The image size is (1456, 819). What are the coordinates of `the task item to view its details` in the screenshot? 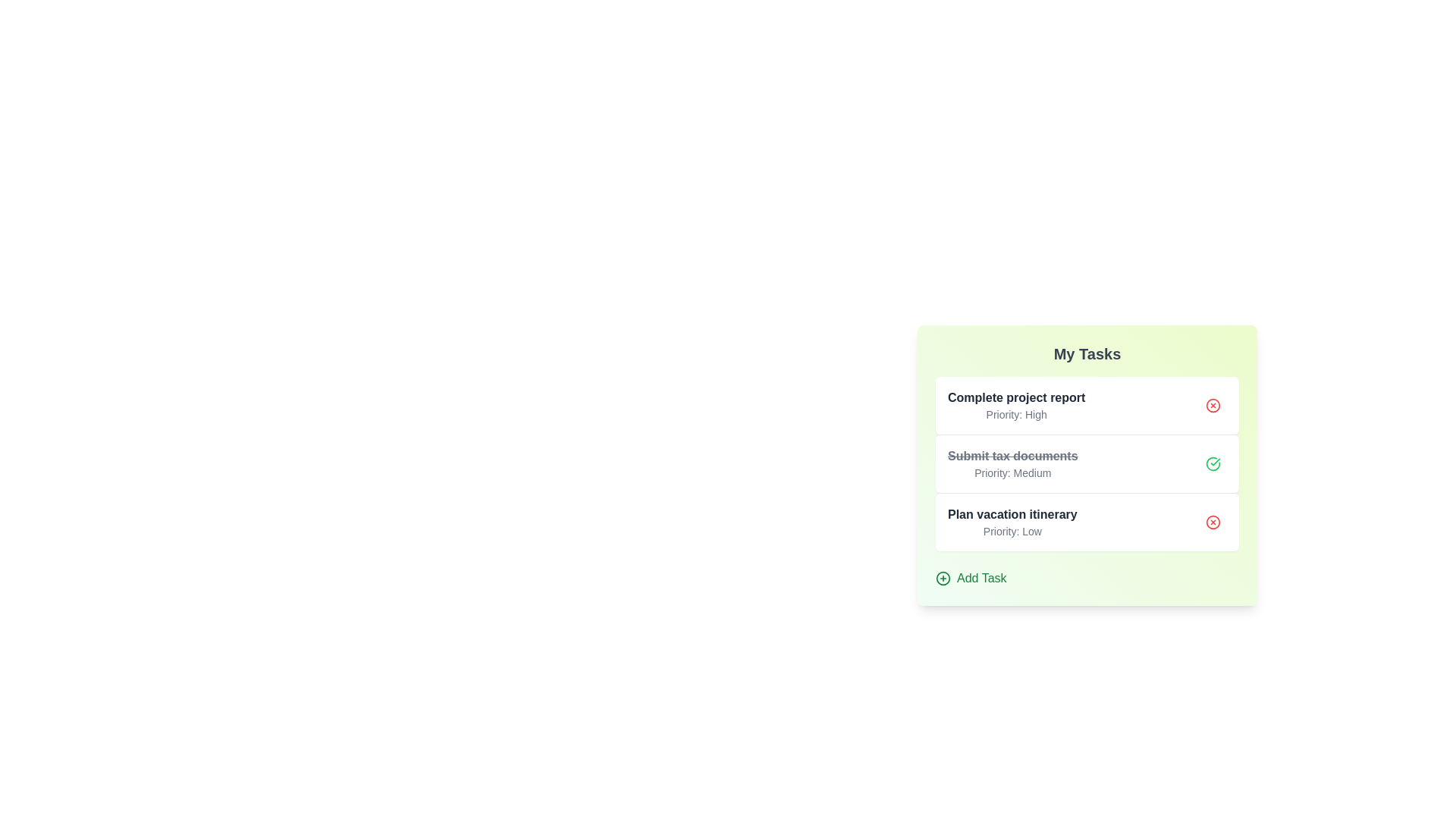 It's located at (1087, 405).